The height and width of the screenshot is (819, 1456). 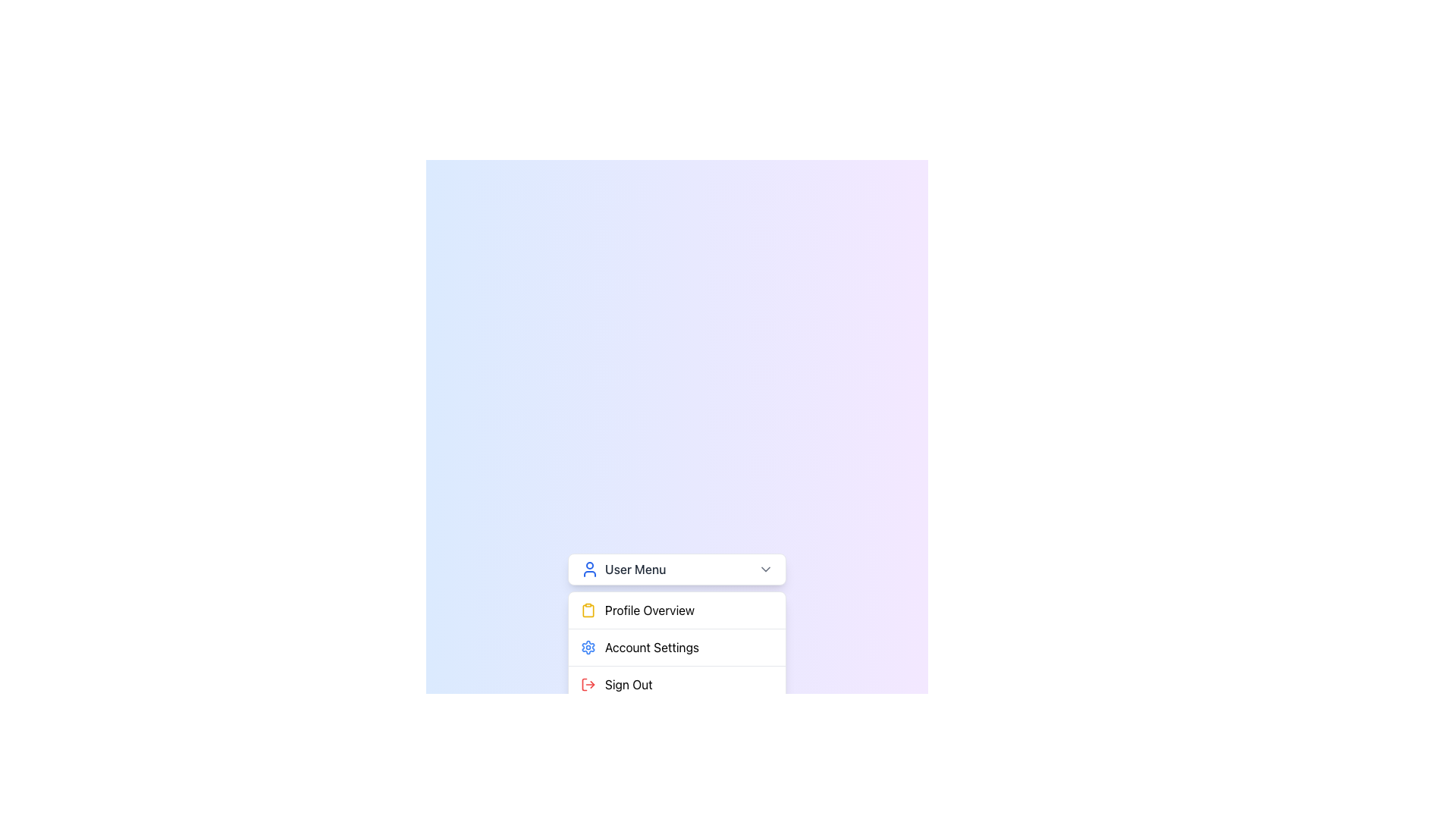 I want to click on the 'Sign Out' button, which is the third item in the dropdown menu, to log out, so click(x=676, y=684).